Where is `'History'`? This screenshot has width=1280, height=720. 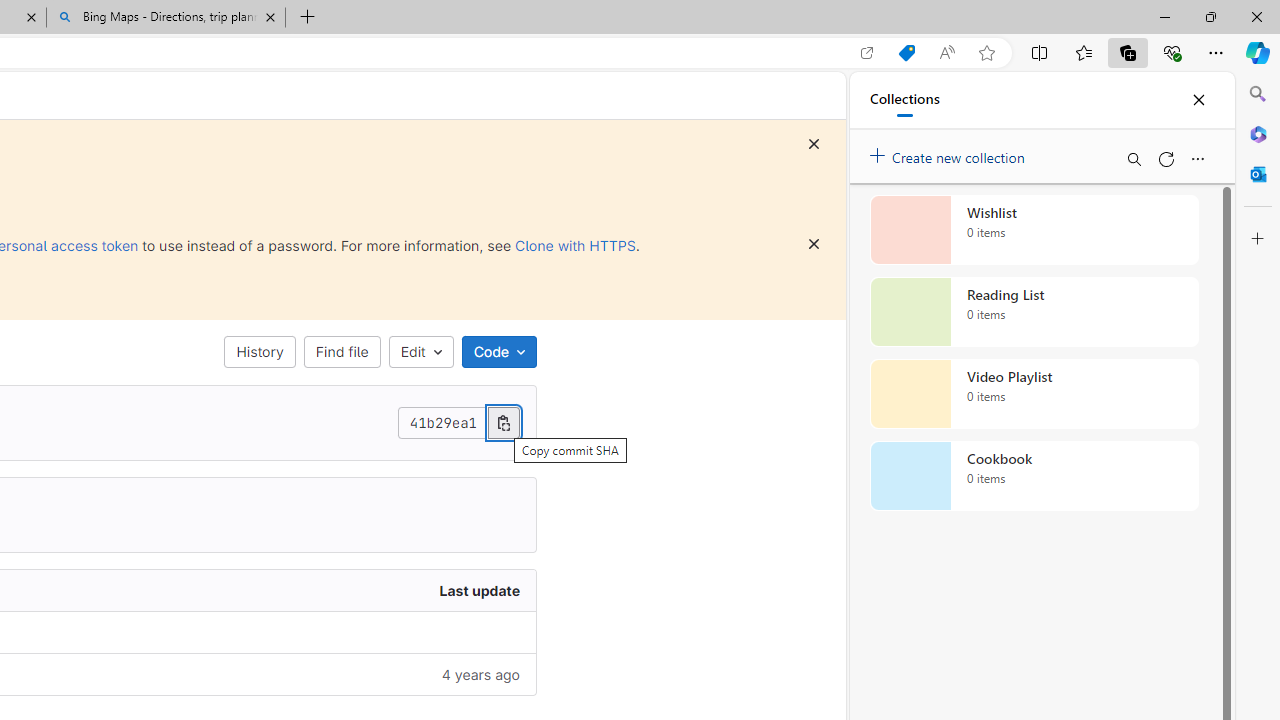 'History' is located at coordinates (258, 351).